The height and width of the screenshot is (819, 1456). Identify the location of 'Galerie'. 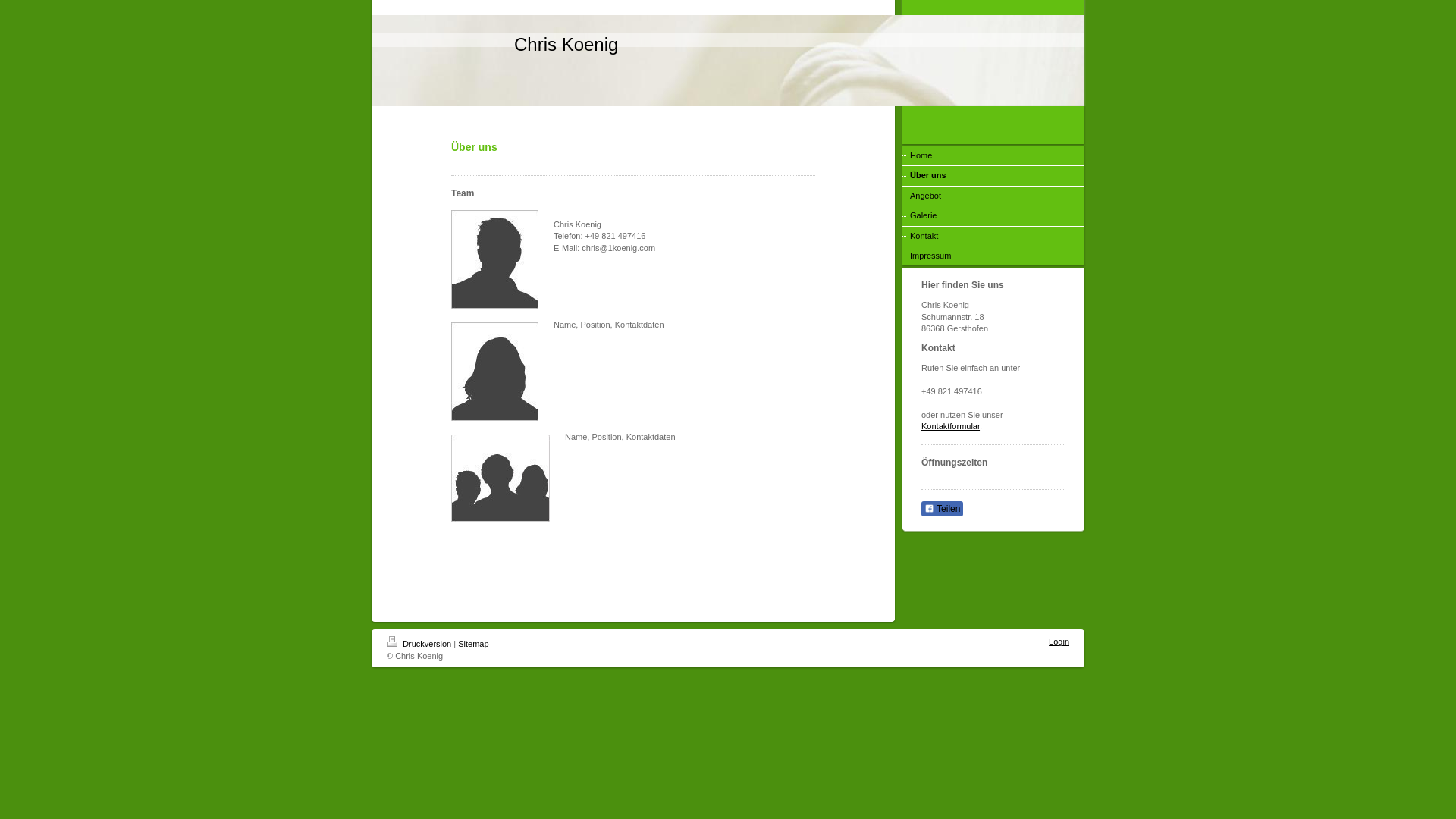
(902, 215).